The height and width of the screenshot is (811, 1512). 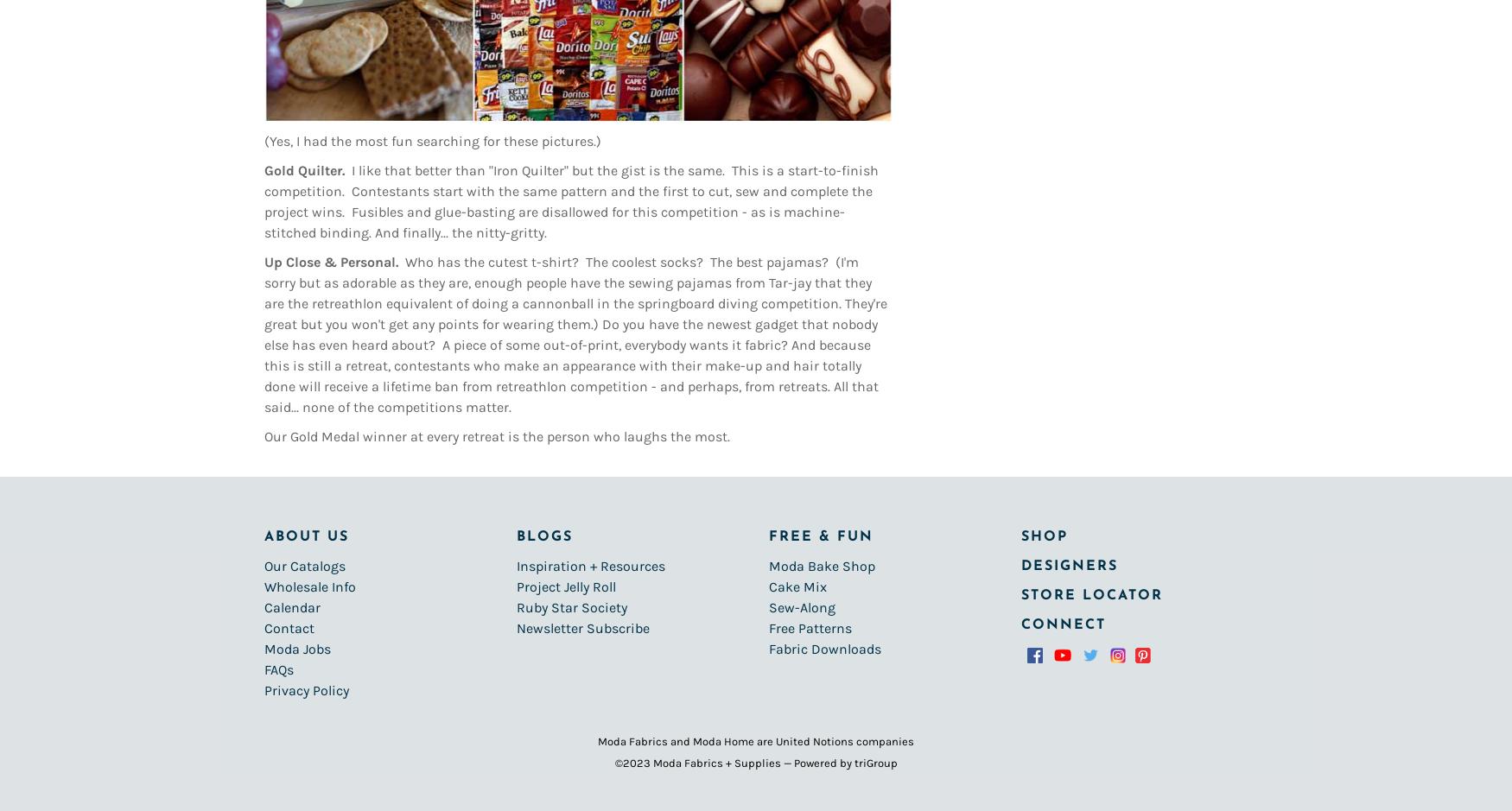 What do you see at coordinates (581, 628) in the screenshot?
I see `'Newsletter Subscribe'` at bounding box center [581, 628].